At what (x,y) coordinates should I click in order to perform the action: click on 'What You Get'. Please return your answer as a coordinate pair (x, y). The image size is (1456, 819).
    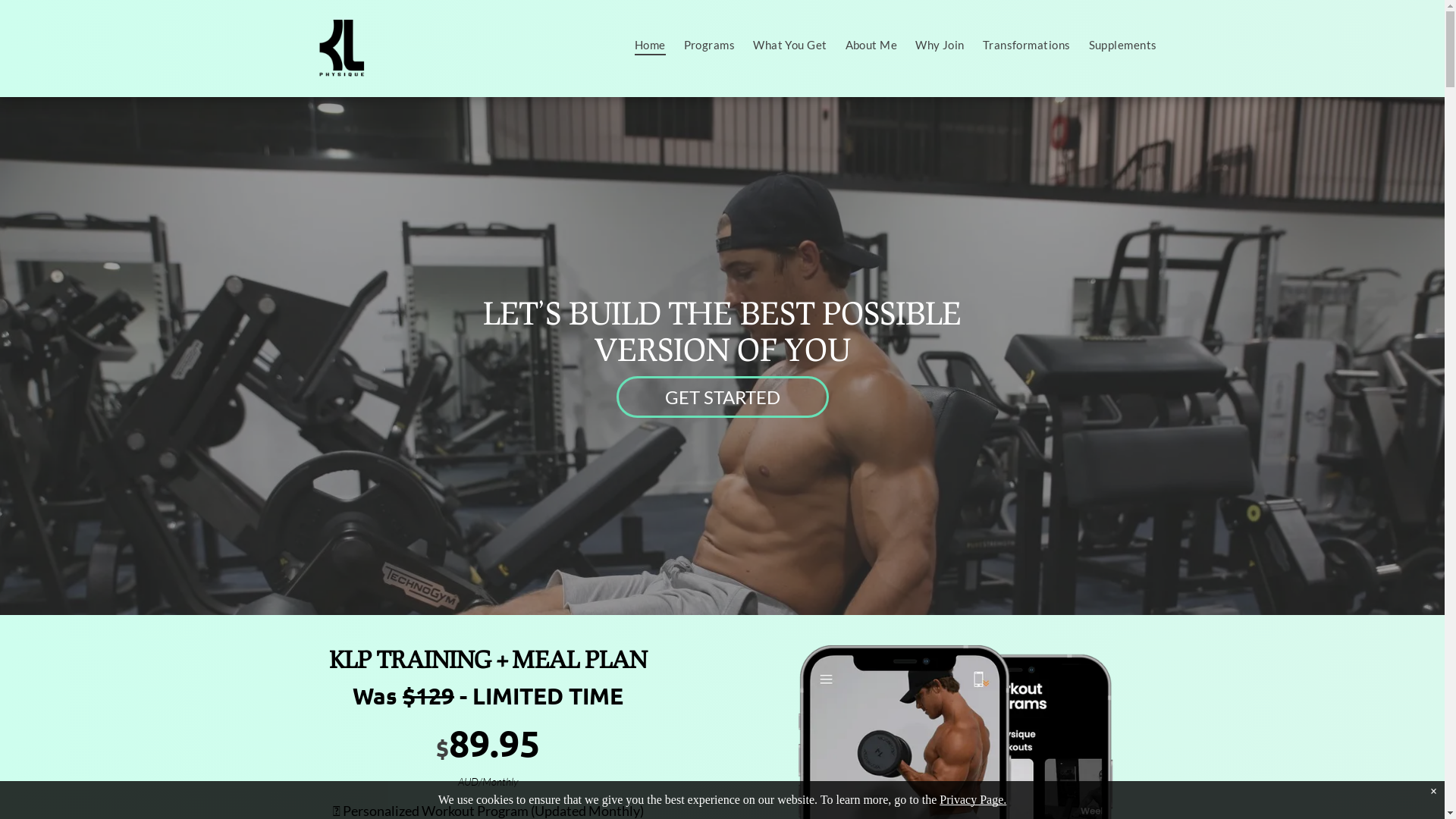
    Looking at the image, I should click on (789, 43).